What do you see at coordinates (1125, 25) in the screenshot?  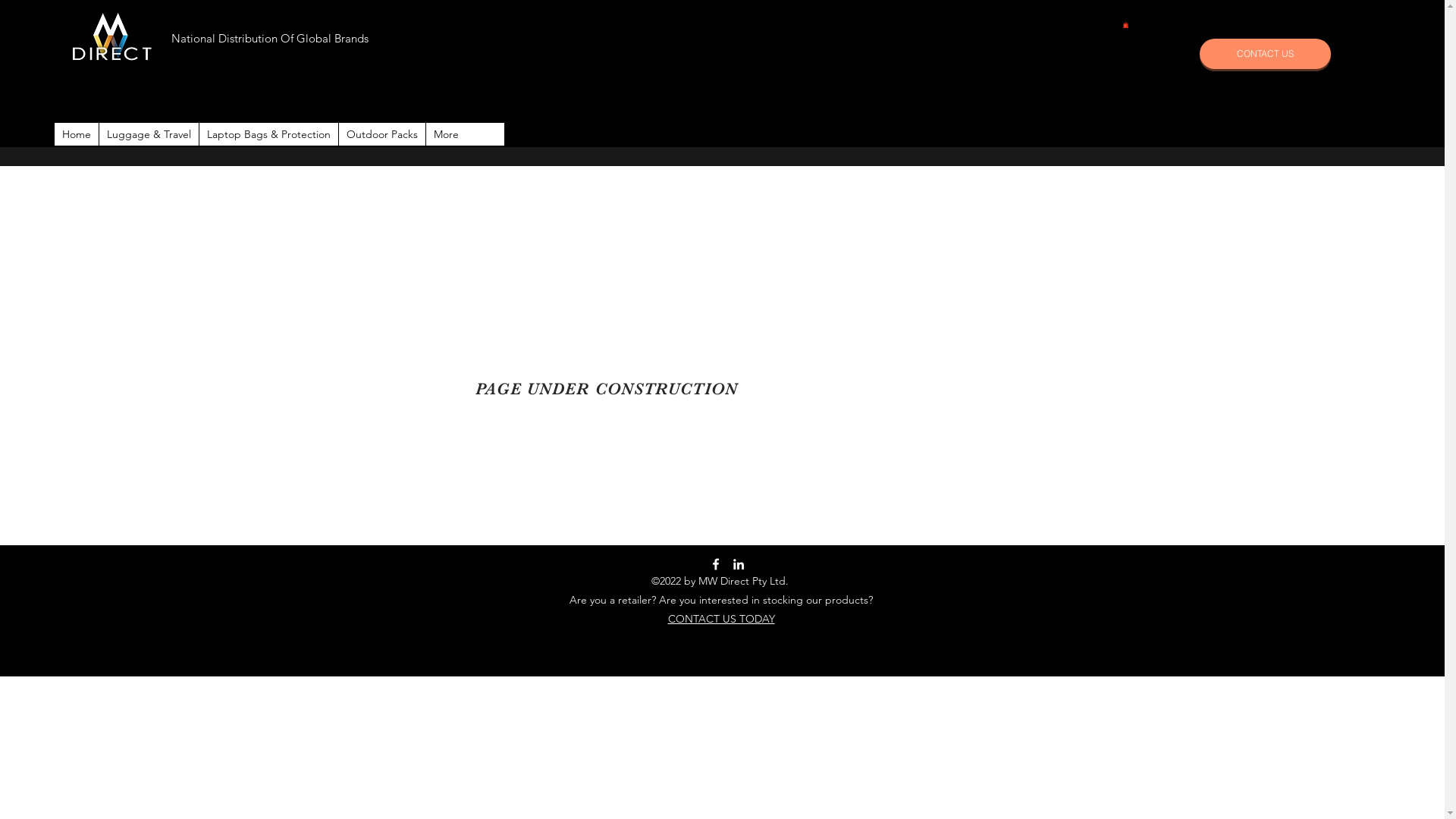 I see `'0'` at bounding box center [1125, 25].